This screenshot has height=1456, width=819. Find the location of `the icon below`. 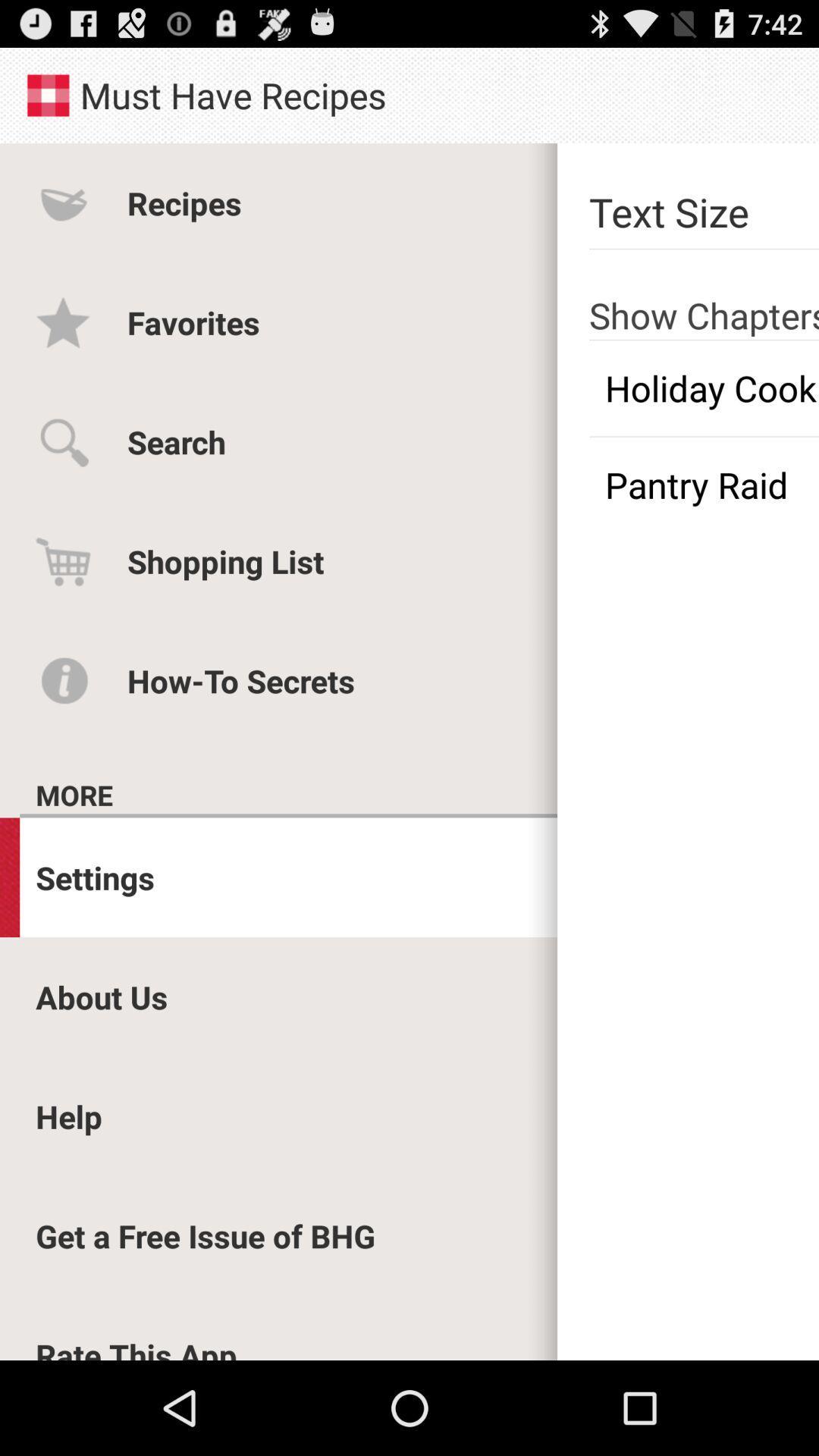

the icon below is located at coordinates (704, 388).